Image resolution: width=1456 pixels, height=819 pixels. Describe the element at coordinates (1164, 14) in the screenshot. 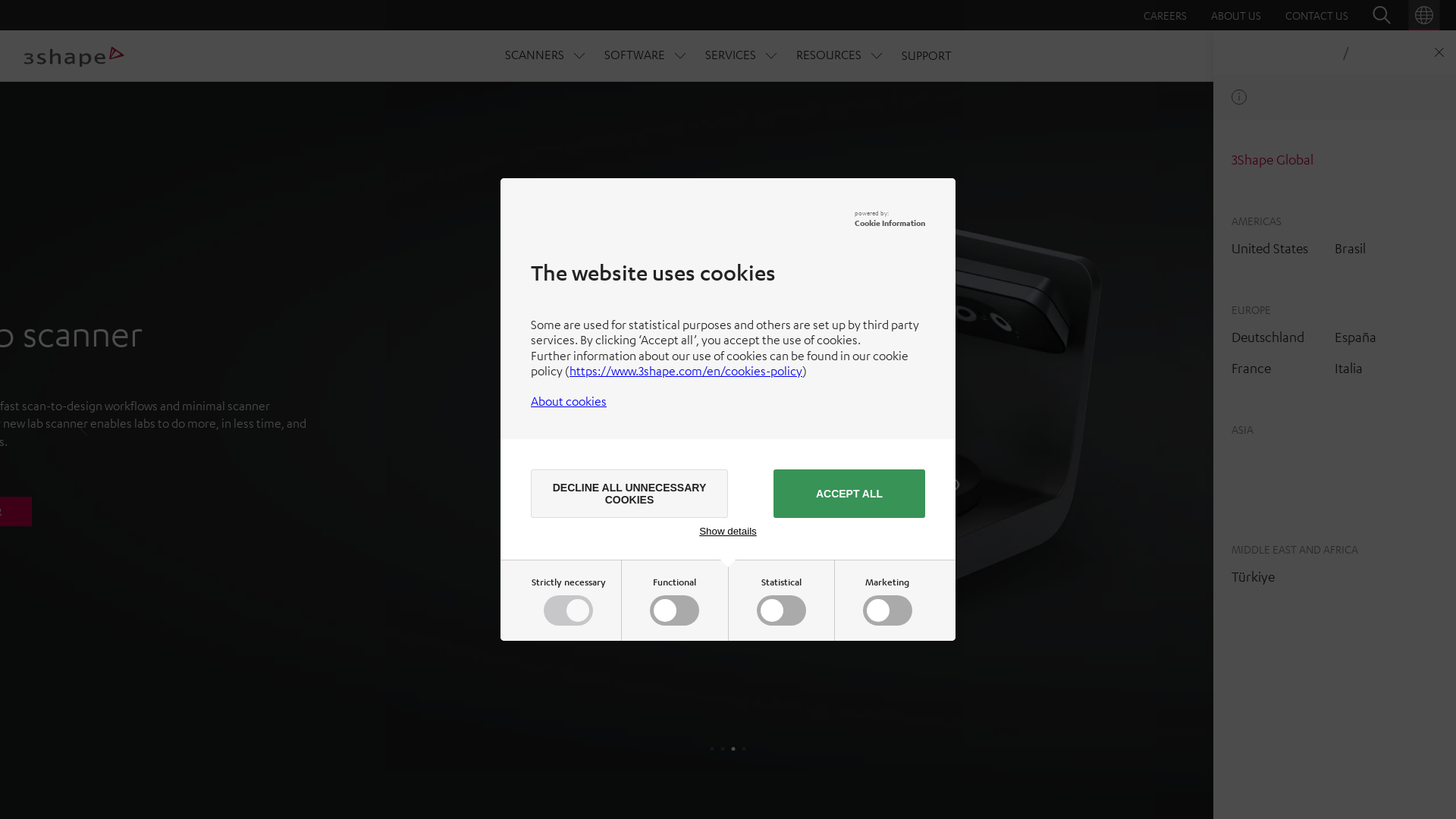

I see `'CAREERS'` at that location.